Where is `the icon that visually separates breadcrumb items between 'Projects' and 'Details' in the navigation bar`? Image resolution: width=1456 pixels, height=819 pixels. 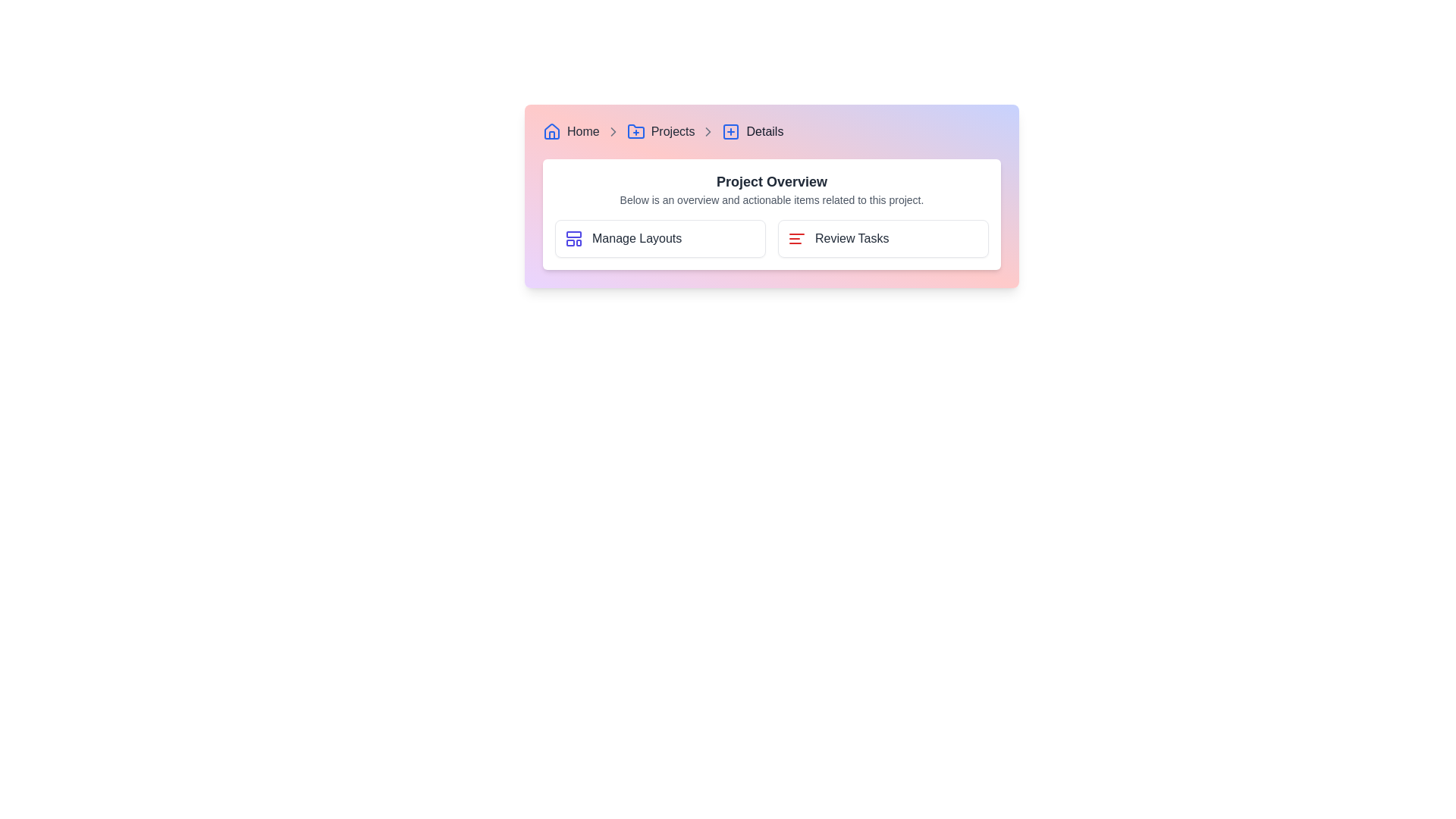 the icon that visually separates breadcrumb items between 'Projects' and 'Details' in the navigation bar is located at coordinates (708, 130).